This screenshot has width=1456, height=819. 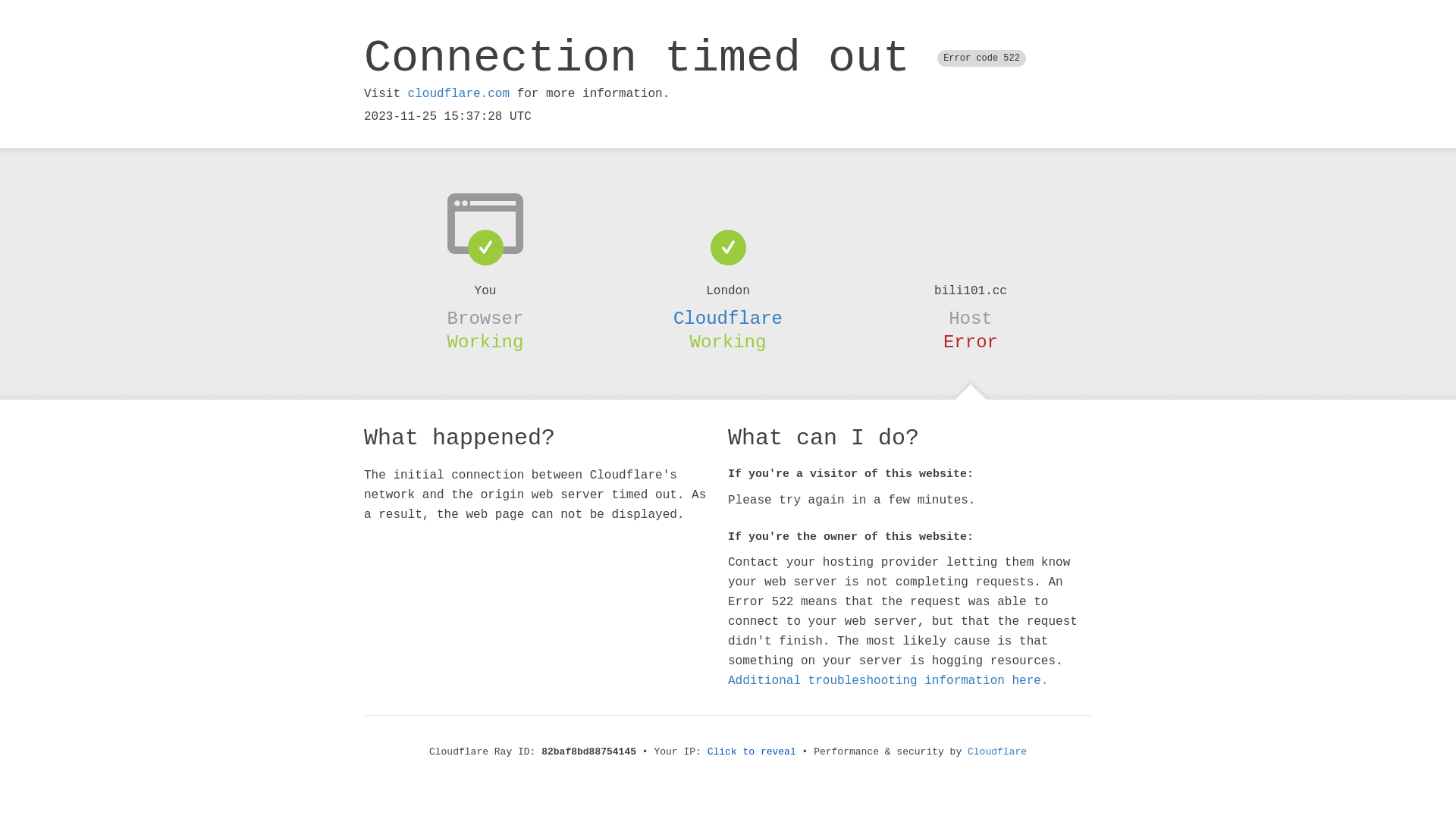 What do you see at coordinates (457, 93) in the screenshot?
I see `'cloudflare.com'` at bounding box center [457, 93].